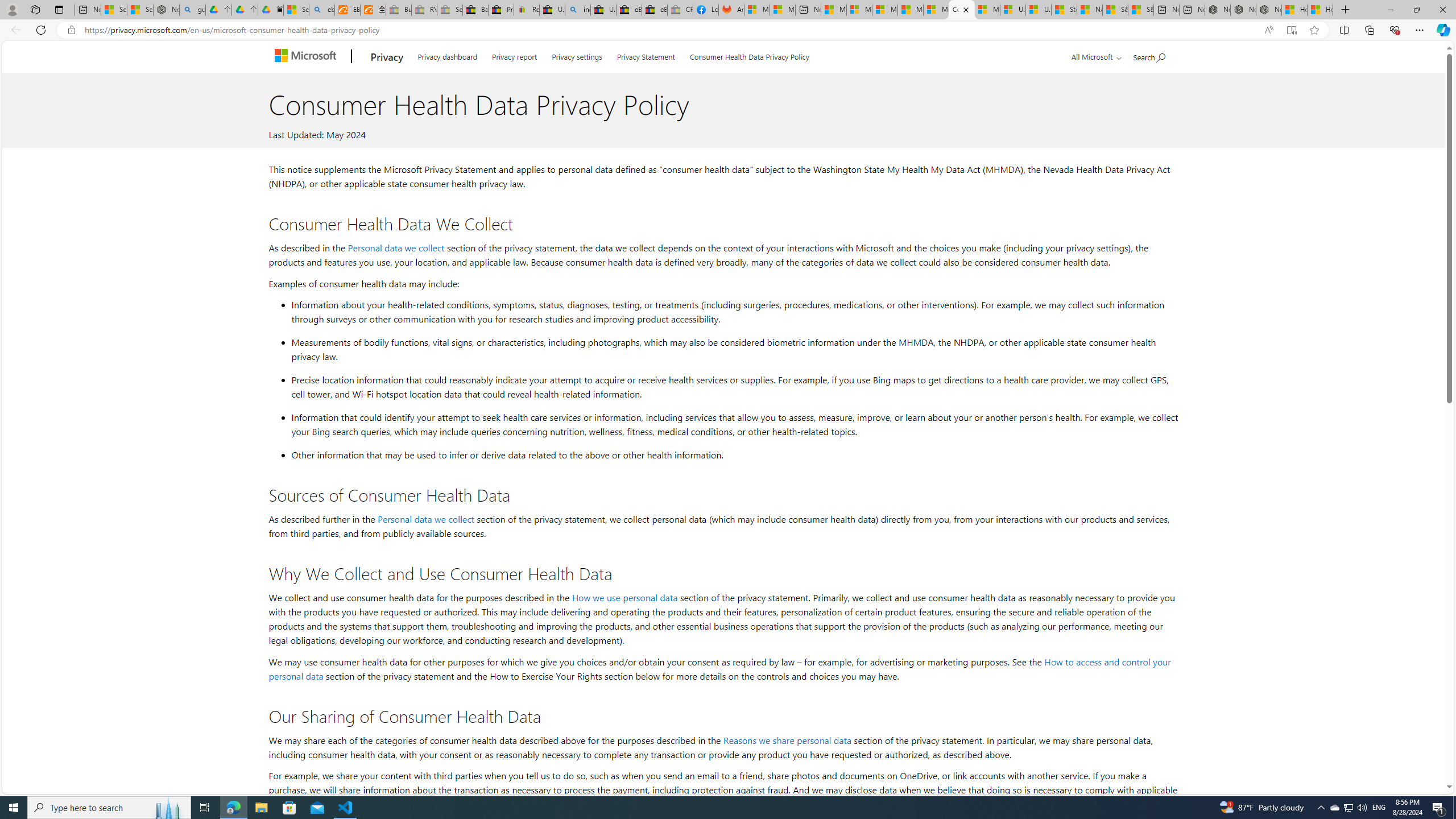  I want to click on 'U.S. State Privacy Disclosures - eBay Inc.', so click(603, 9).